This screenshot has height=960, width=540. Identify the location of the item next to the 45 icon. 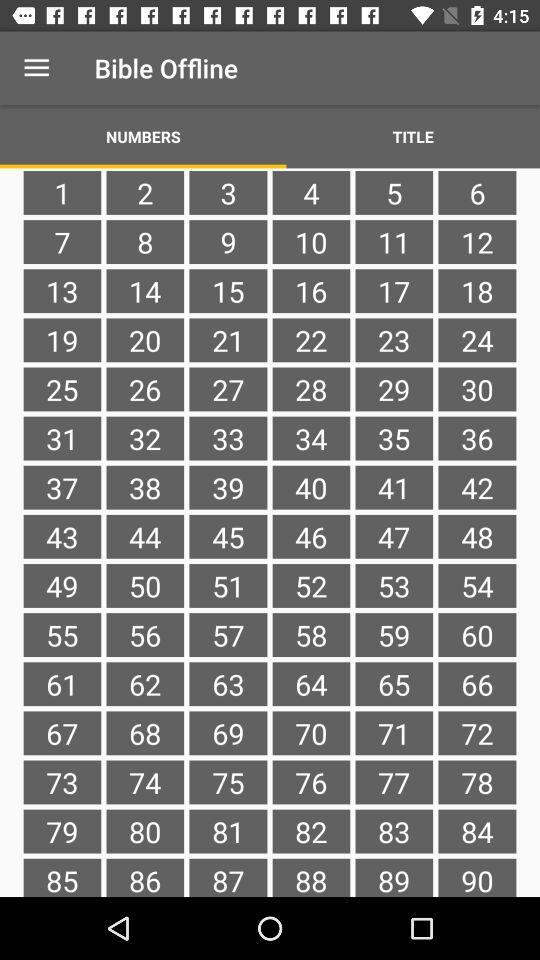
(144, 585).